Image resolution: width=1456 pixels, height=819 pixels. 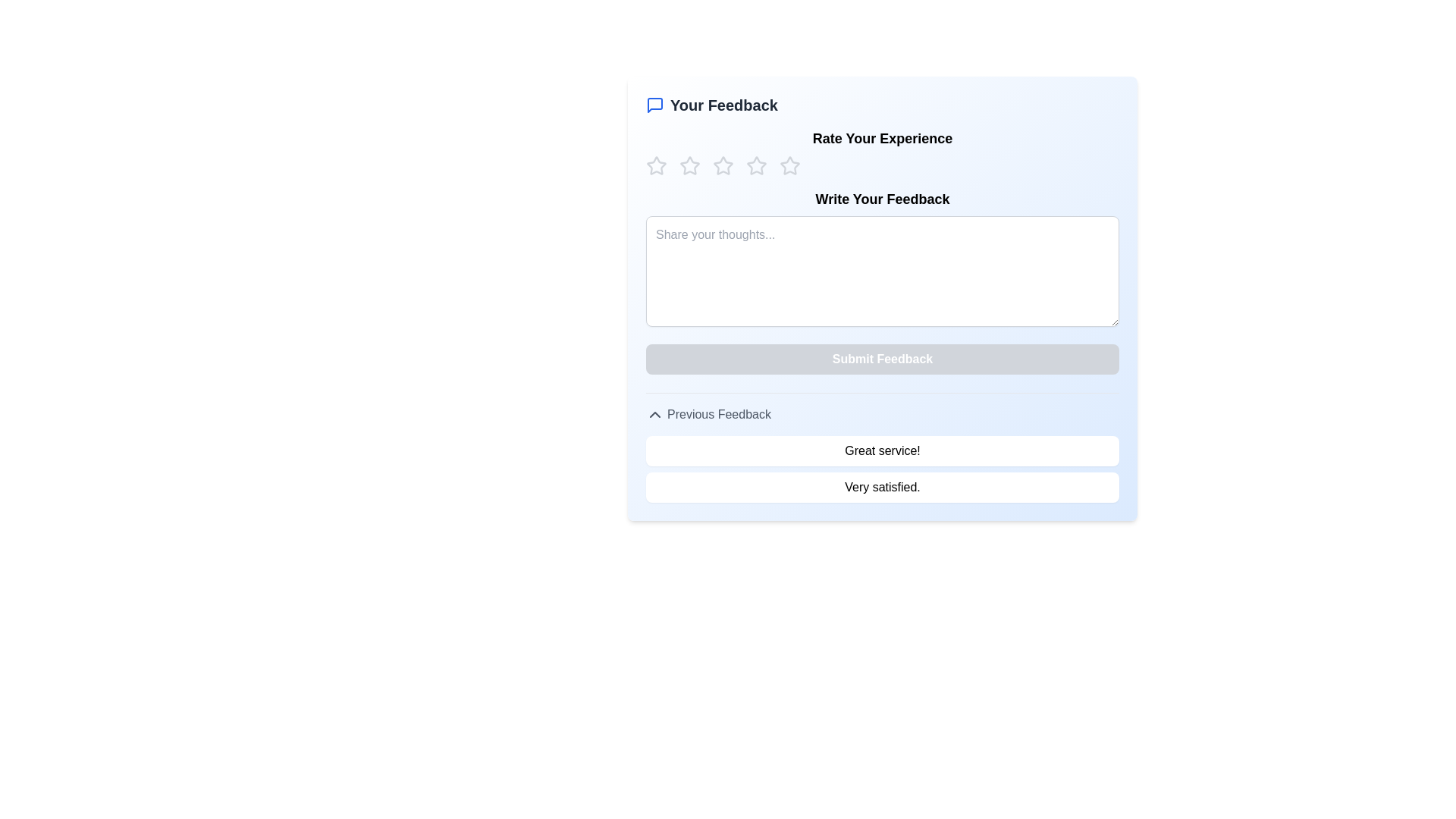 I want to click on the fourth star icon in the rating system, positioned above the 'Write Your Feedback' text area and aligned with the 'Rate Your Experience' label, so click(x=757, y=166).